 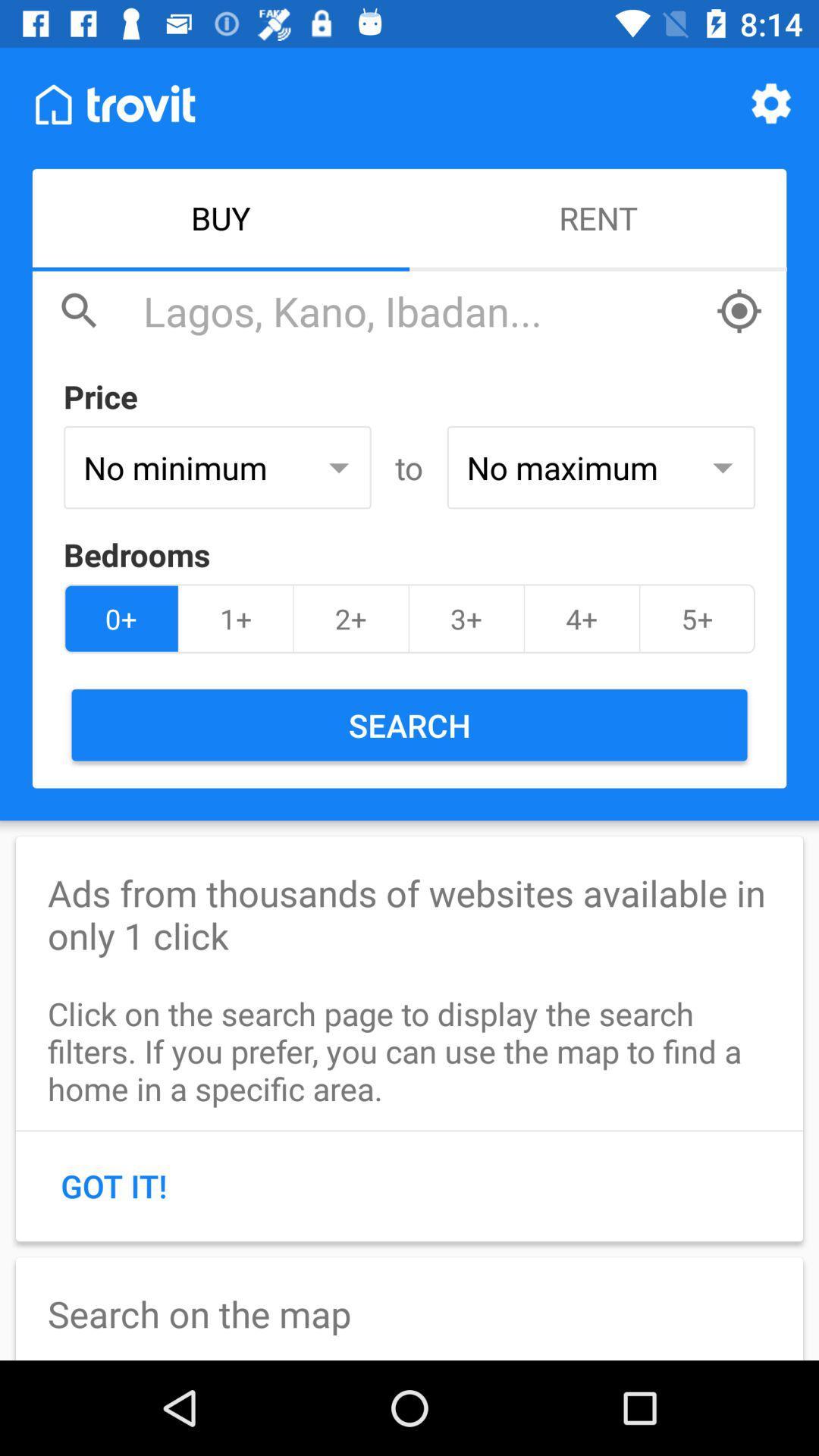 I want to click on item above rent, so click(x=771, y=102).